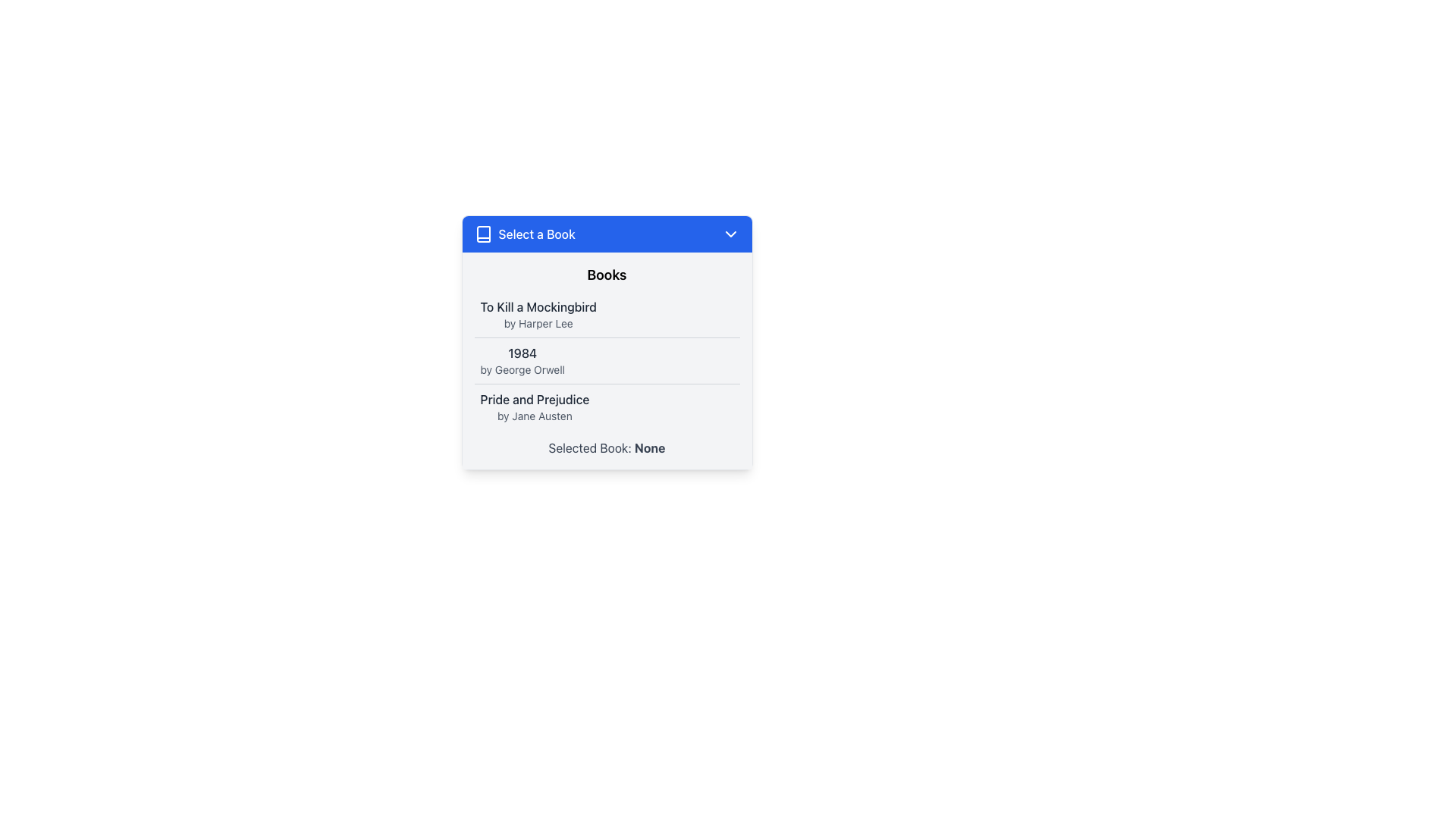  Describe the element at coordinates (535, 406) in the screenshot. I see `the list item representing the book 'Pride and Prejudice' by Jane Austen` at that location.